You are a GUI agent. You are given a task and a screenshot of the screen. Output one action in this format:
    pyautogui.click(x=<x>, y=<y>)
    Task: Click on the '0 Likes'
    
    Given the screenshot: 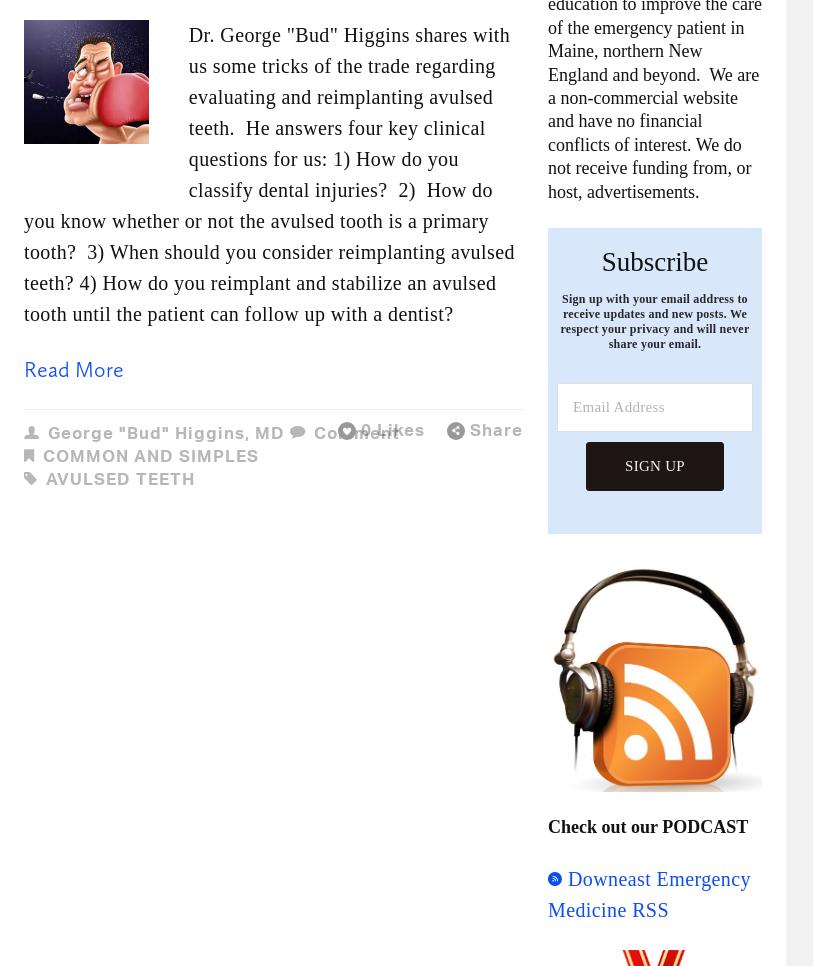 What is the action you would take?
    pyautogui.click(x=392, y=428)
    